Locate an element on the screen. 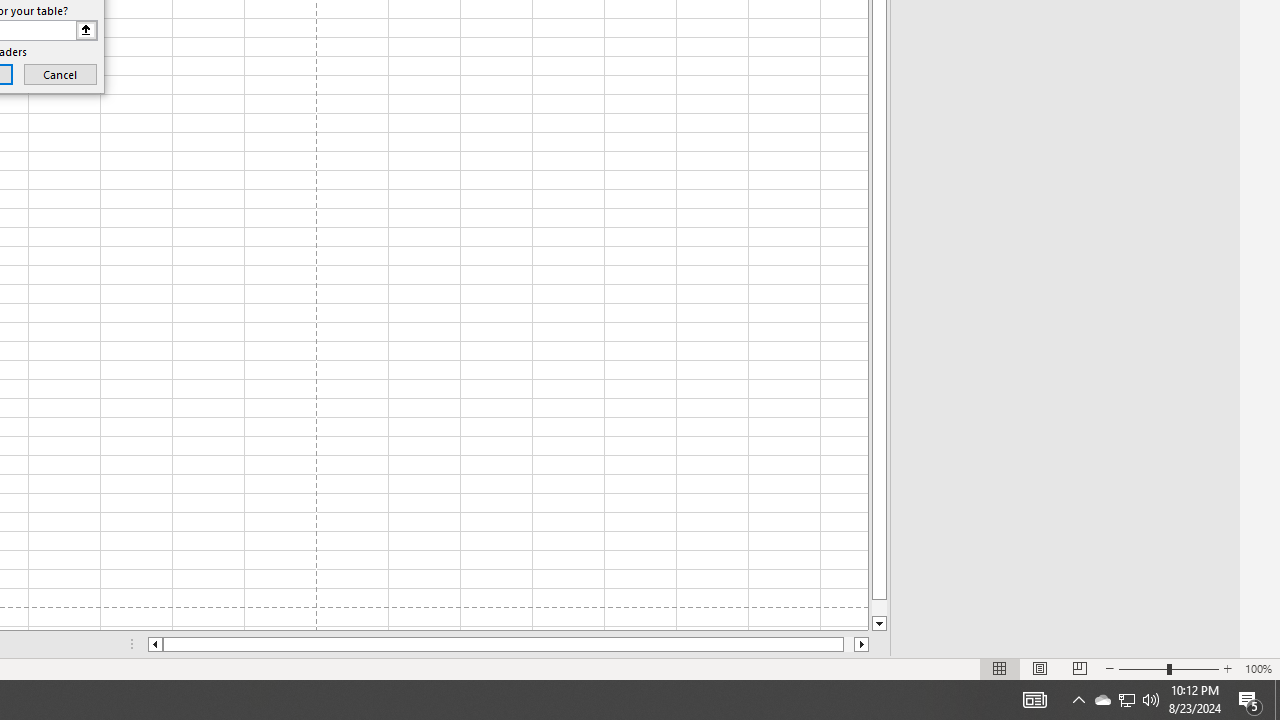 This screenshot has height=720, width=1280. 'Class: NetUIScrollBar' is located at coordinates (508, 644).